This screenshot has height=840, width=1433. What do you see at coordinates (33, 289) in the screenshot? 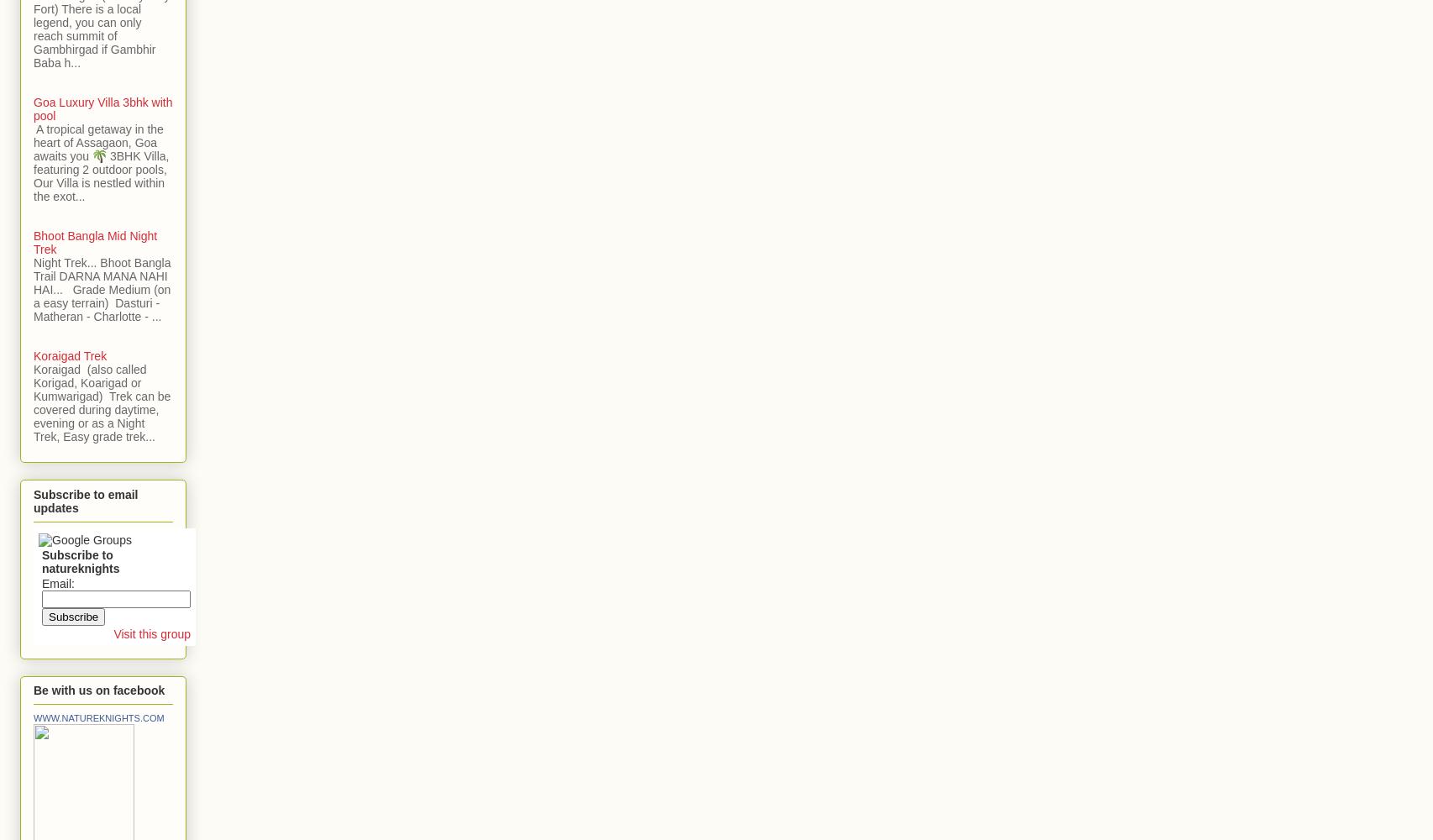
I see `'Night Trek... Bhoot Bangla Trail     DARNA MANA NAHI HAI...       Grade Medium (on a easy terrain)      Dasturi - Matheran - Charlotte - ...'` at bounding box center [33, 289].